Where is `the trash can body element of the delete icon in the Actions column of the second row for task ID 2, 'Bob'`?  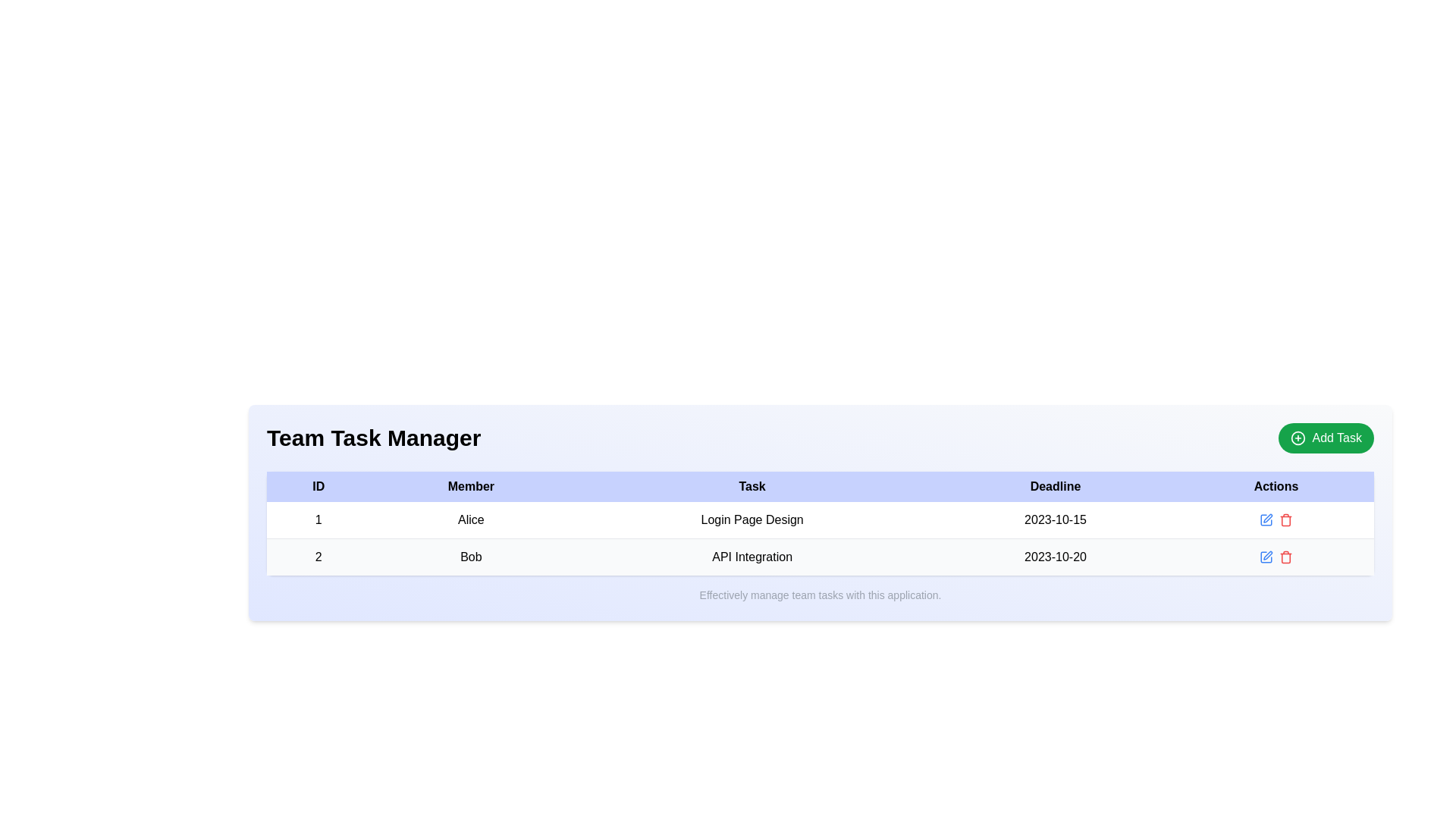
the trash can body element of the delete icon in the Actions column of the second row for task ID 2, 'Bob' is located at coordinates (1285, 558).